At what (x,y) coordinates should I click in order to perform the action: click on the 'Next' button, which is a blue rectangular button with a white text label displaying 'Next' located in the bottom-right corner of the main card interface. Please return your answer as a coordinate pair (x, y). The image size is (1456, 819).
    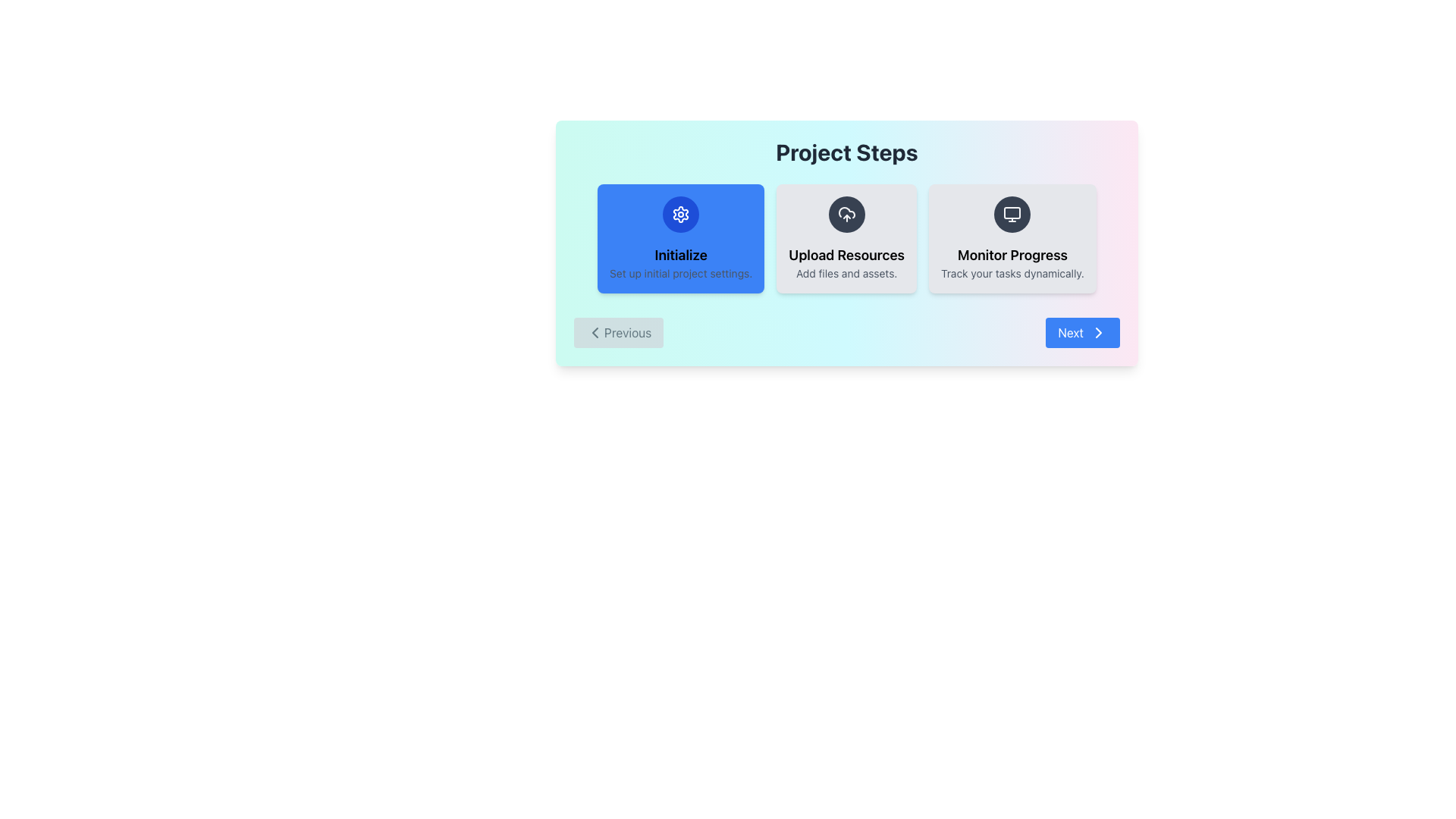
    Looking at the image, I should click on (1069, 332).